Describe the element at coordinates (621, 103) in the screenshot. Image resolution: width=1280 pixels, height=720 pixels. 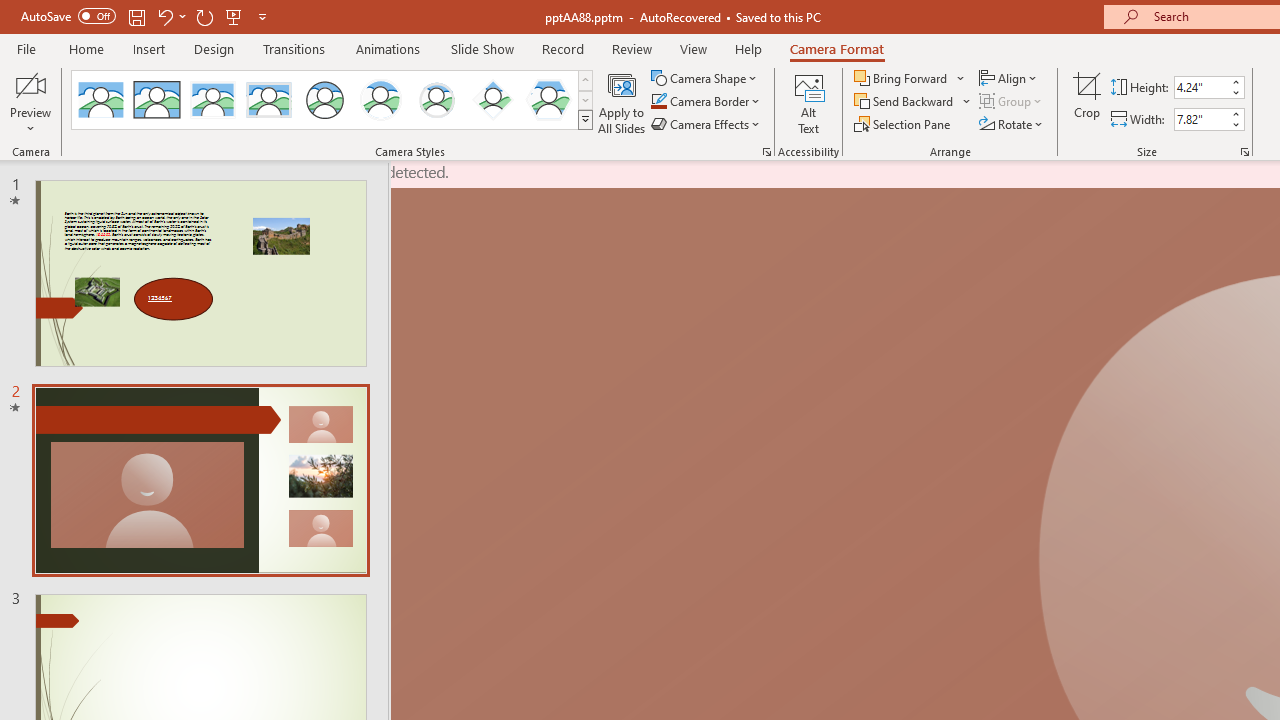
I see `'Apply to All Slides'` at that location.